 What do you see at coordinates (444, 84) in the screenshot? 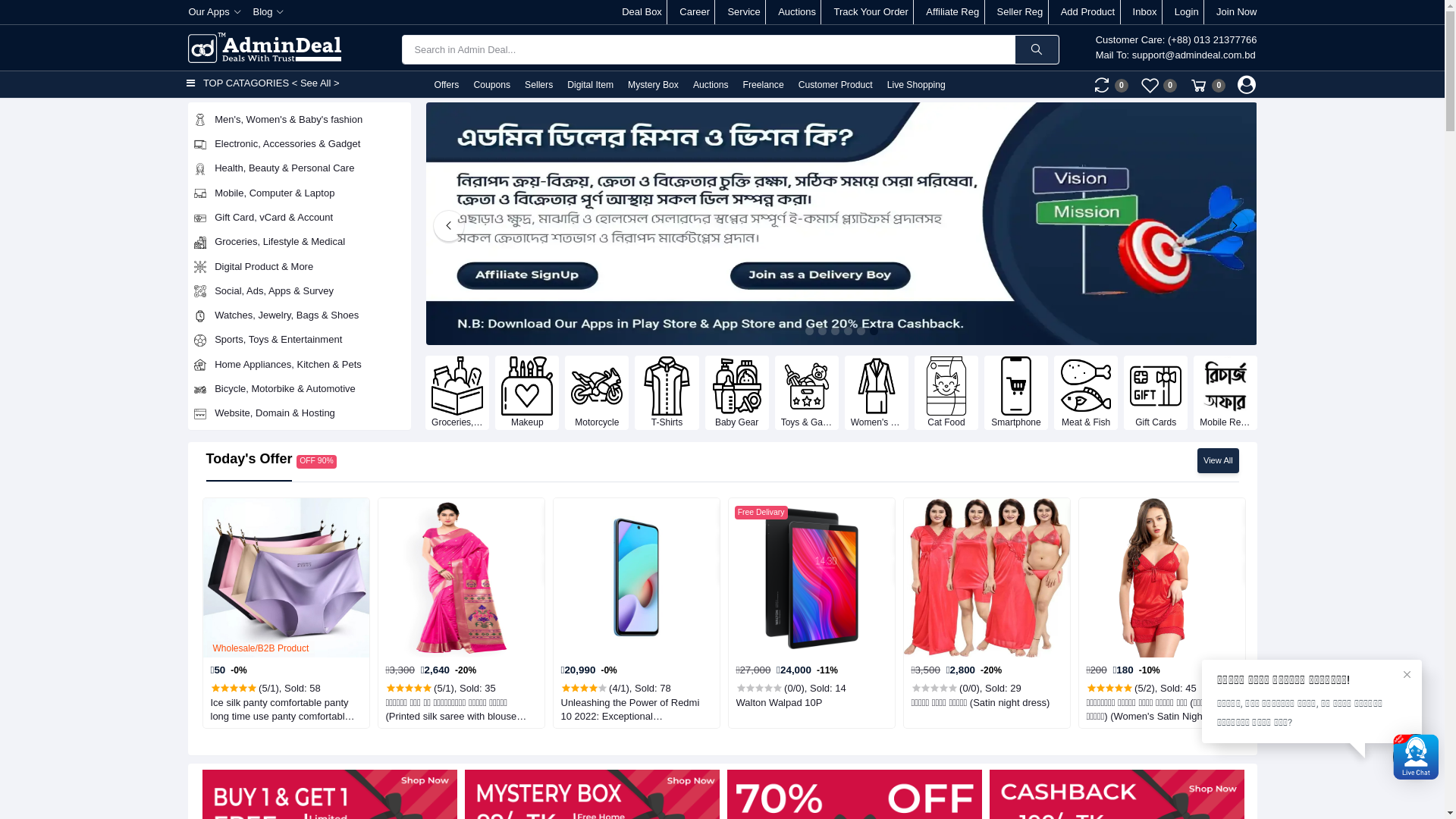
I see `'Offers'` at bounding box center [444, 84].